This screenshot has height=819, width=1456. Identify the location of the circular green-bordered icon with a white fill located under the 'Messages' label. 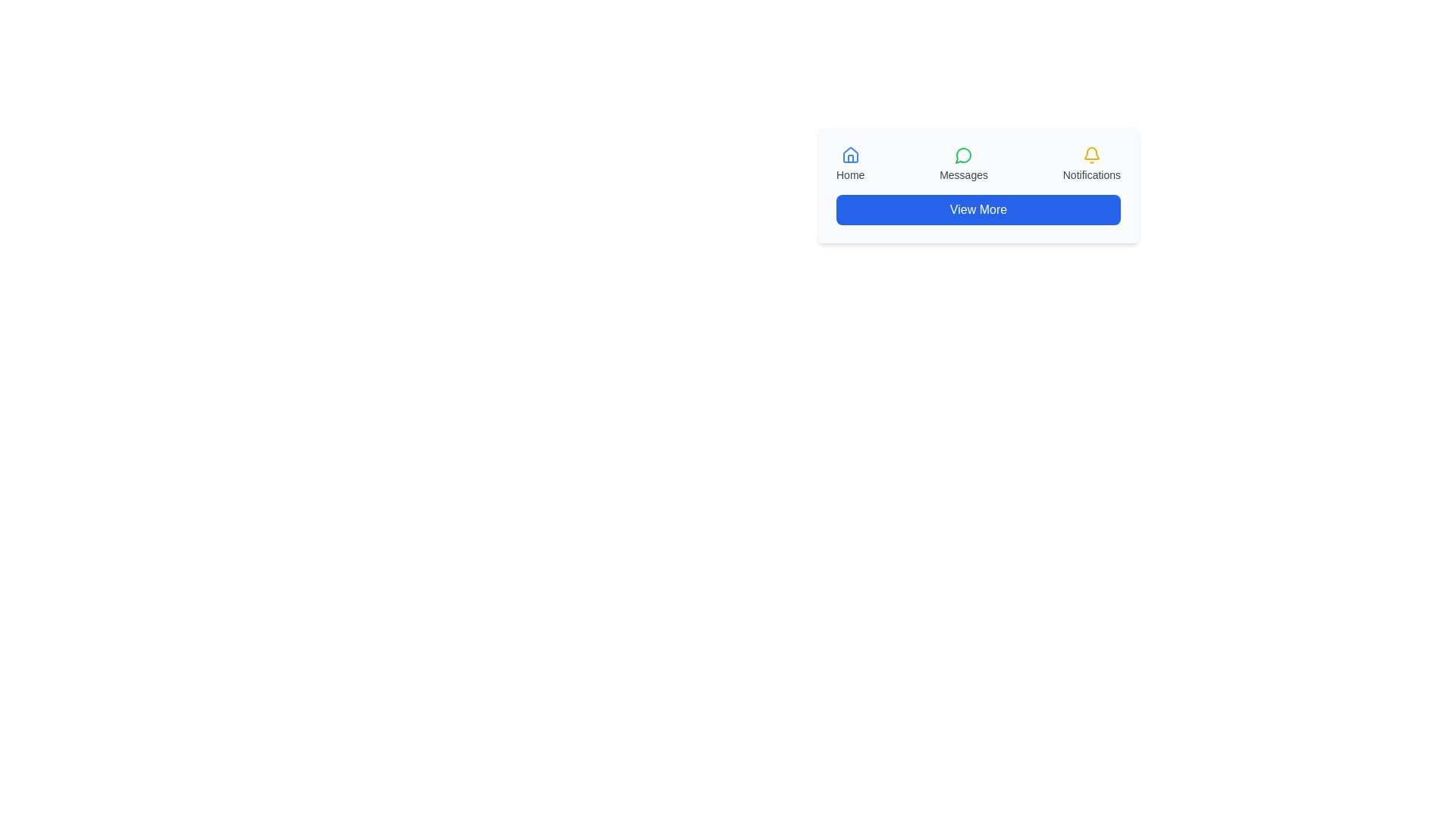
(962, 155).